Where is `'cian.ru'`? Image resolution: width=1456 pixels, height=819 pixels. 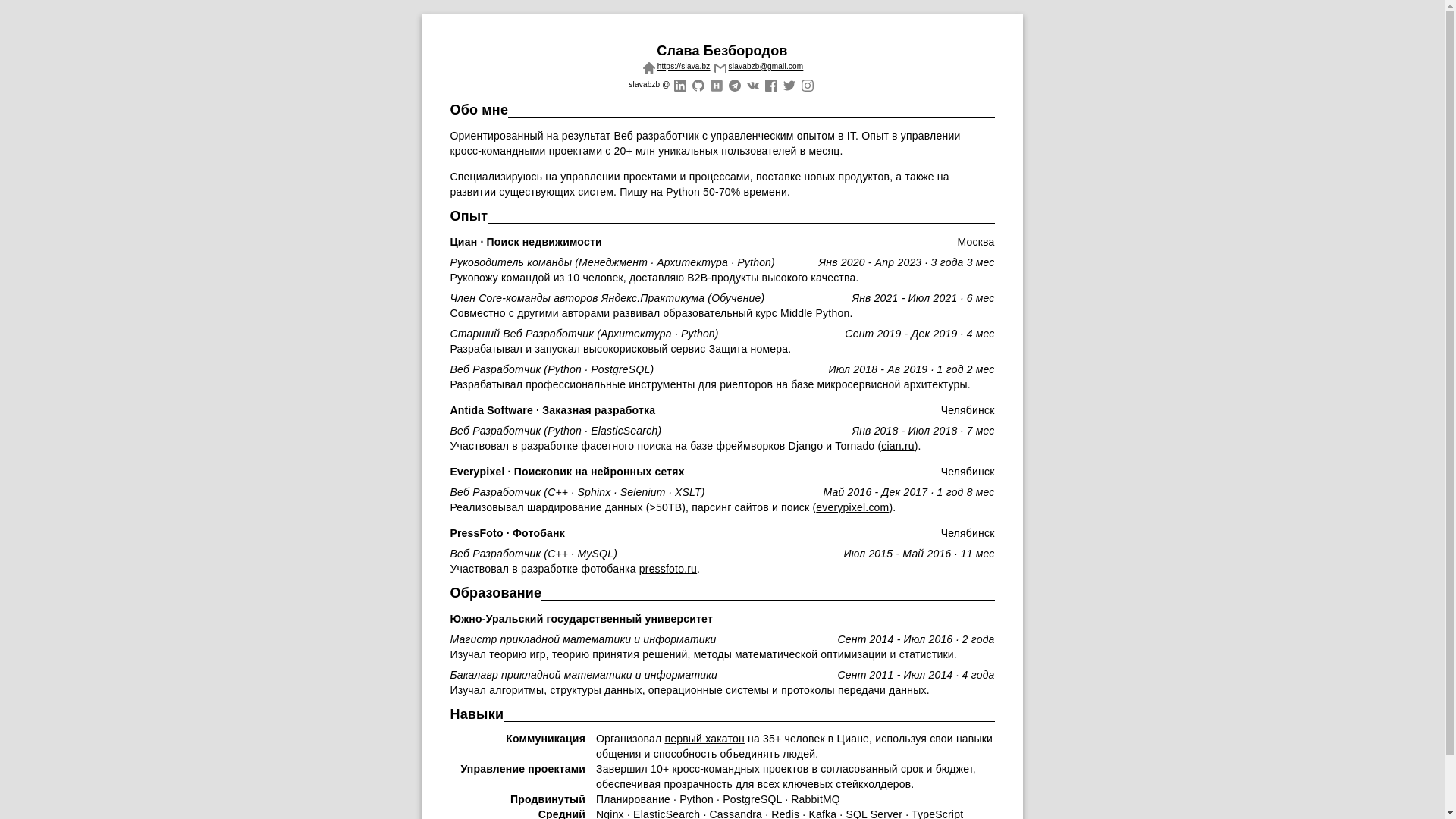 'cian.ru' is located at coordinates (880, 444).